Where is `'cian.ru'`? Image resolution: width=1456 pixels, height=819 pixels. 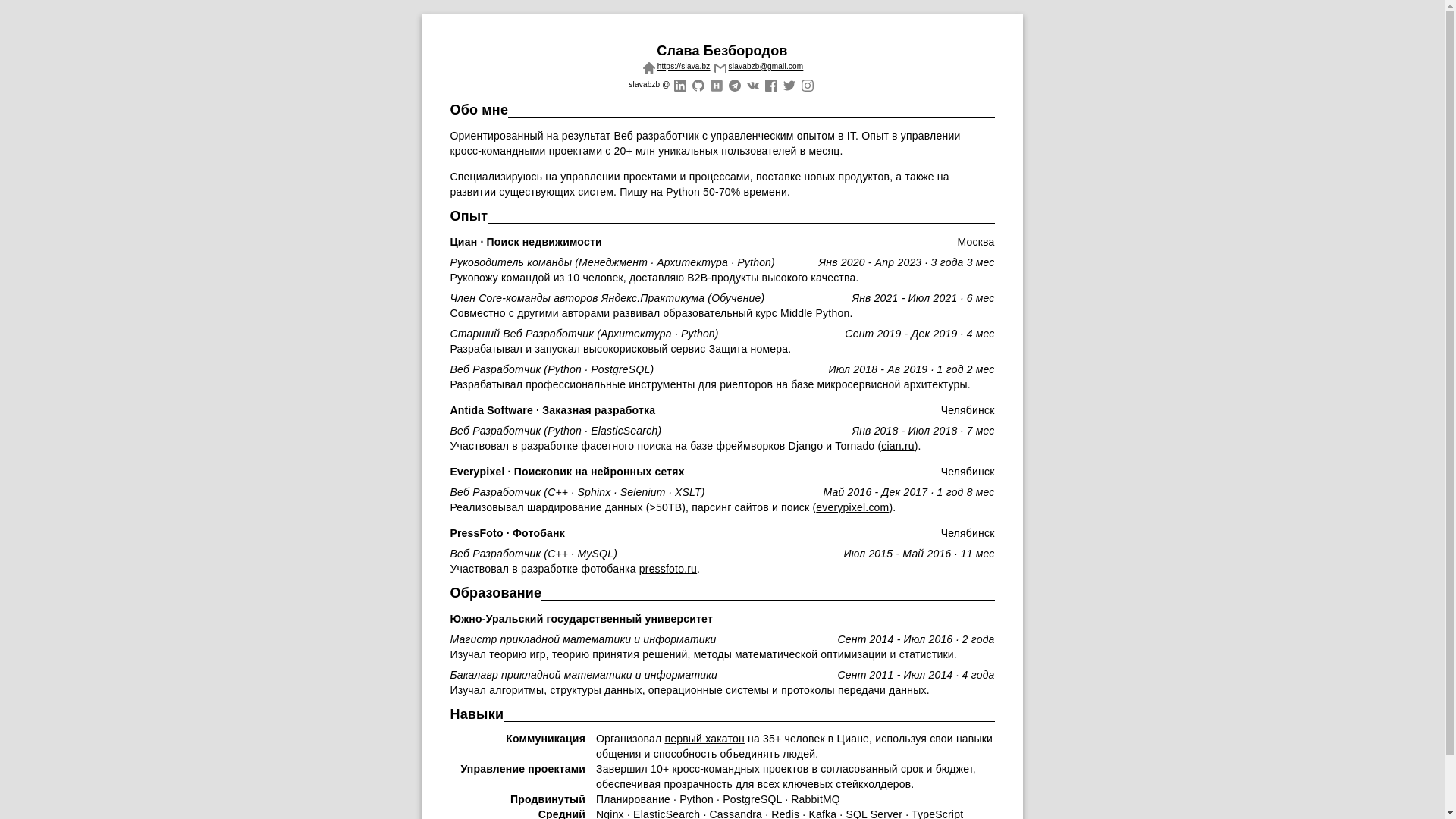 'cian.ru' is located at coordinates (880, 444).